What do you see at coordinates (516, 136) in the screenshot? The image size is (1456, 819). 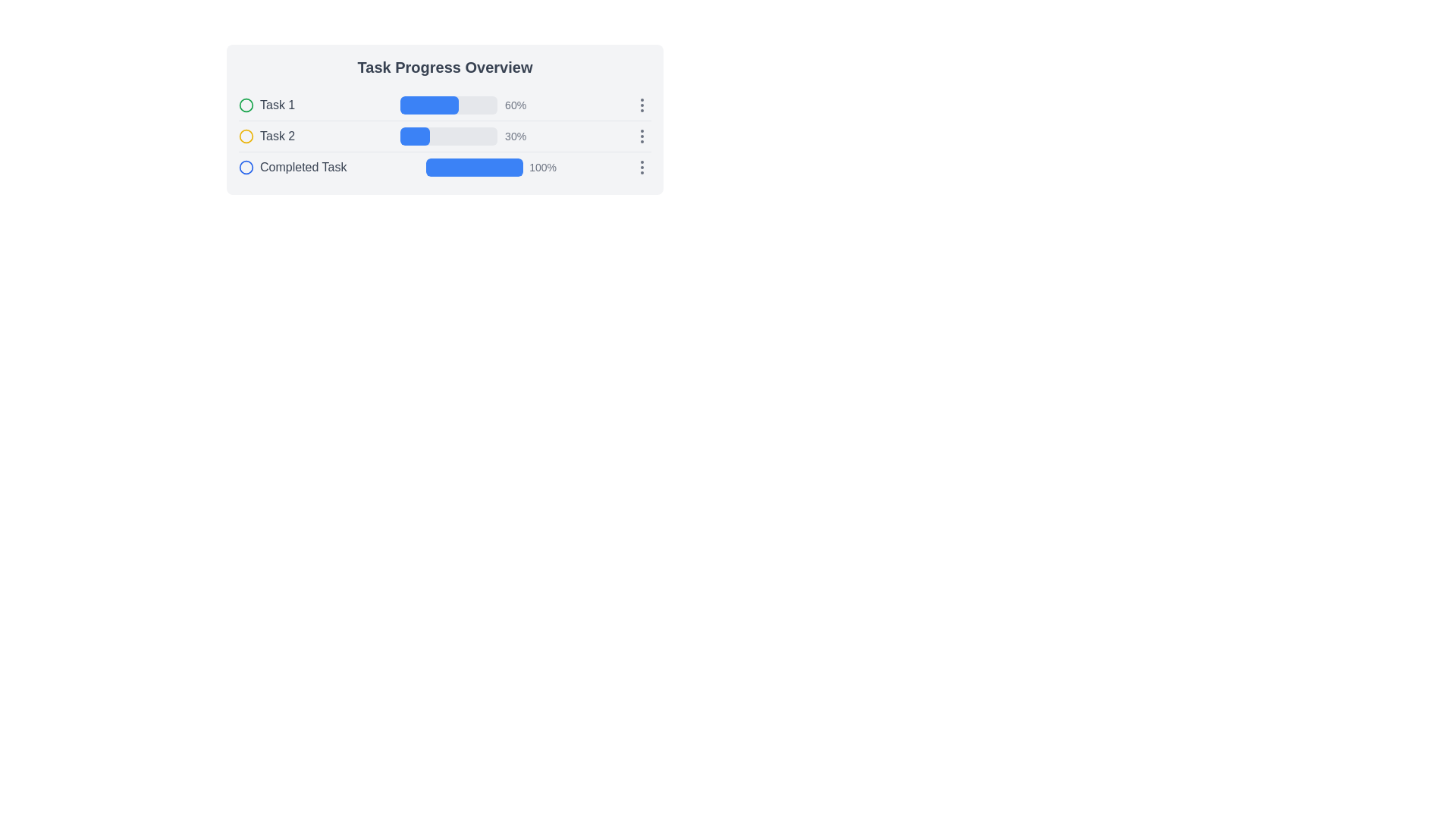 I see `the static text component that displays the percentage completed for 'Task 2' in the 'Task Progress Overview' list` at bounding box center [516, 136].